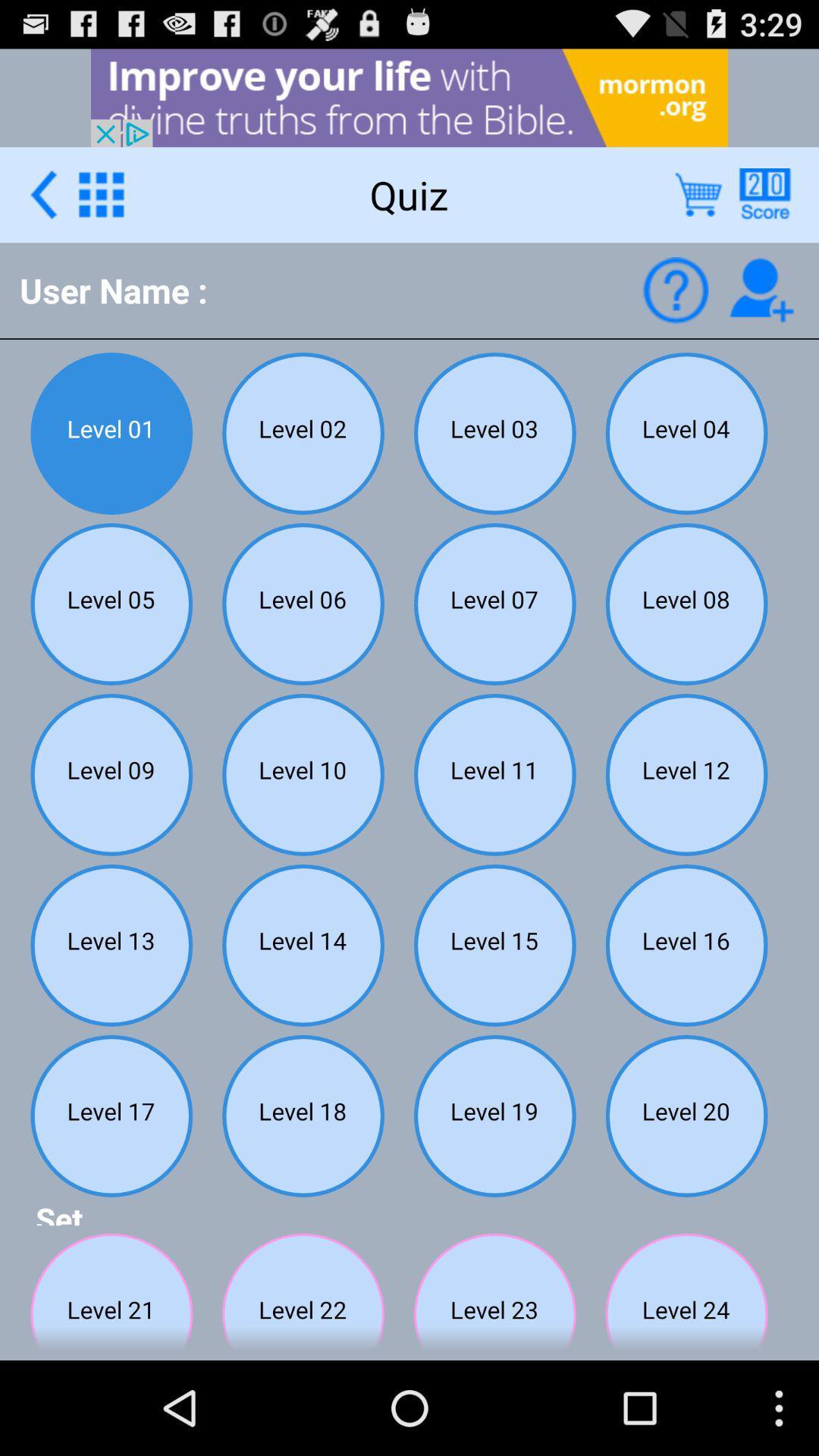 The height and width of the screenshot is (1456, 819). What do you see at coordinates (42, 207) in the screenshot?
I see `the arrow_backward icon` at bounding box center [42, 207].